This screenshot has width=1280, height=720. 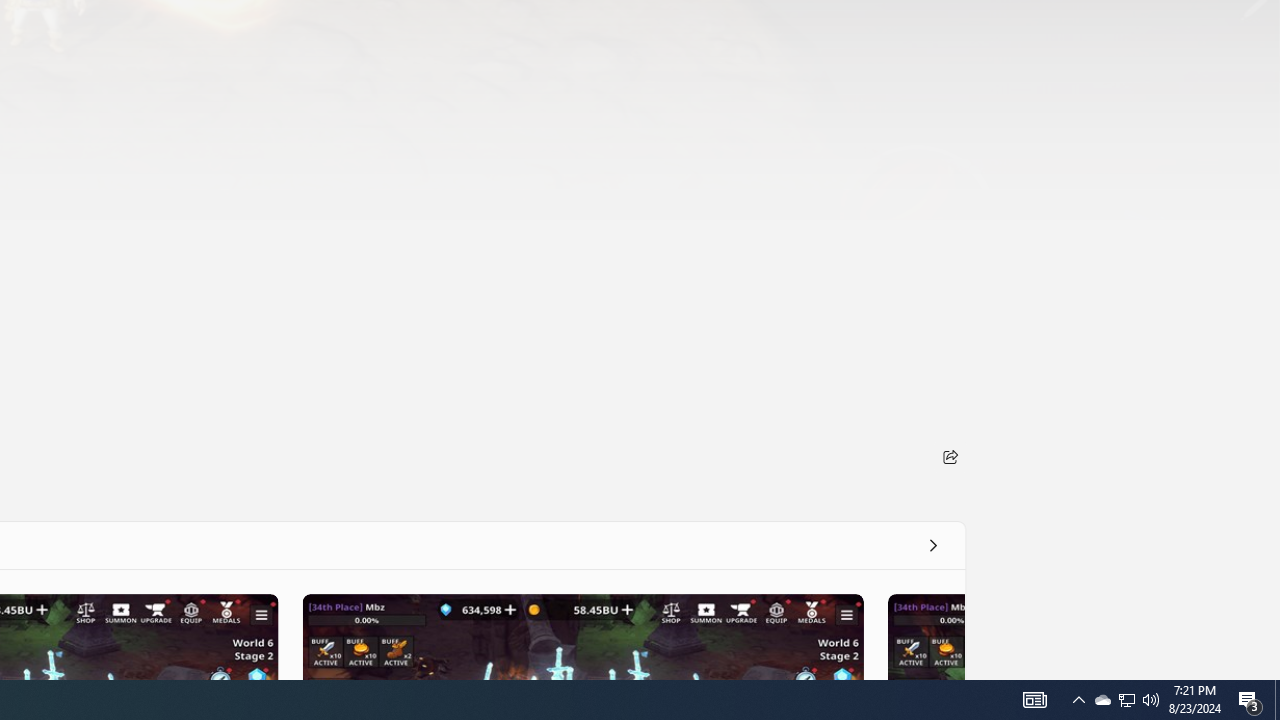 I want to click on 'Screenshot 4', so click(x=924, y=636).